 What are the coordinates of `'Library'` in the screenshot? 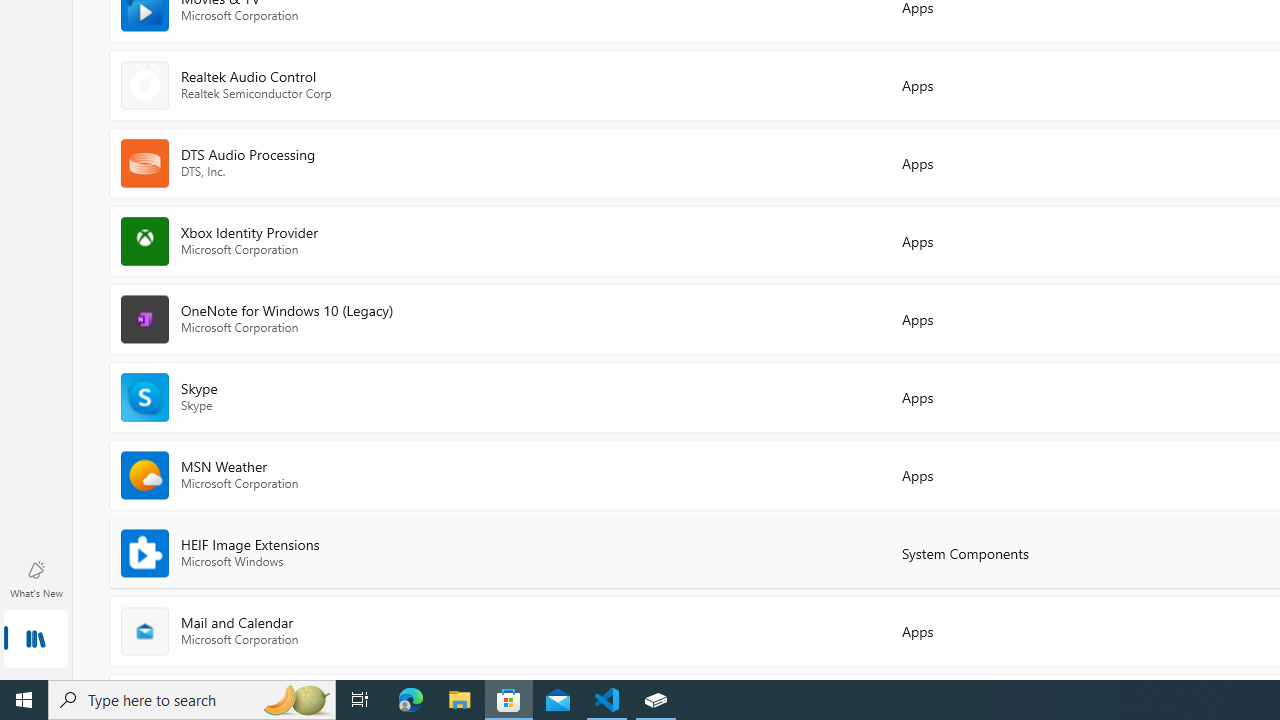 It's located at (35, 640).